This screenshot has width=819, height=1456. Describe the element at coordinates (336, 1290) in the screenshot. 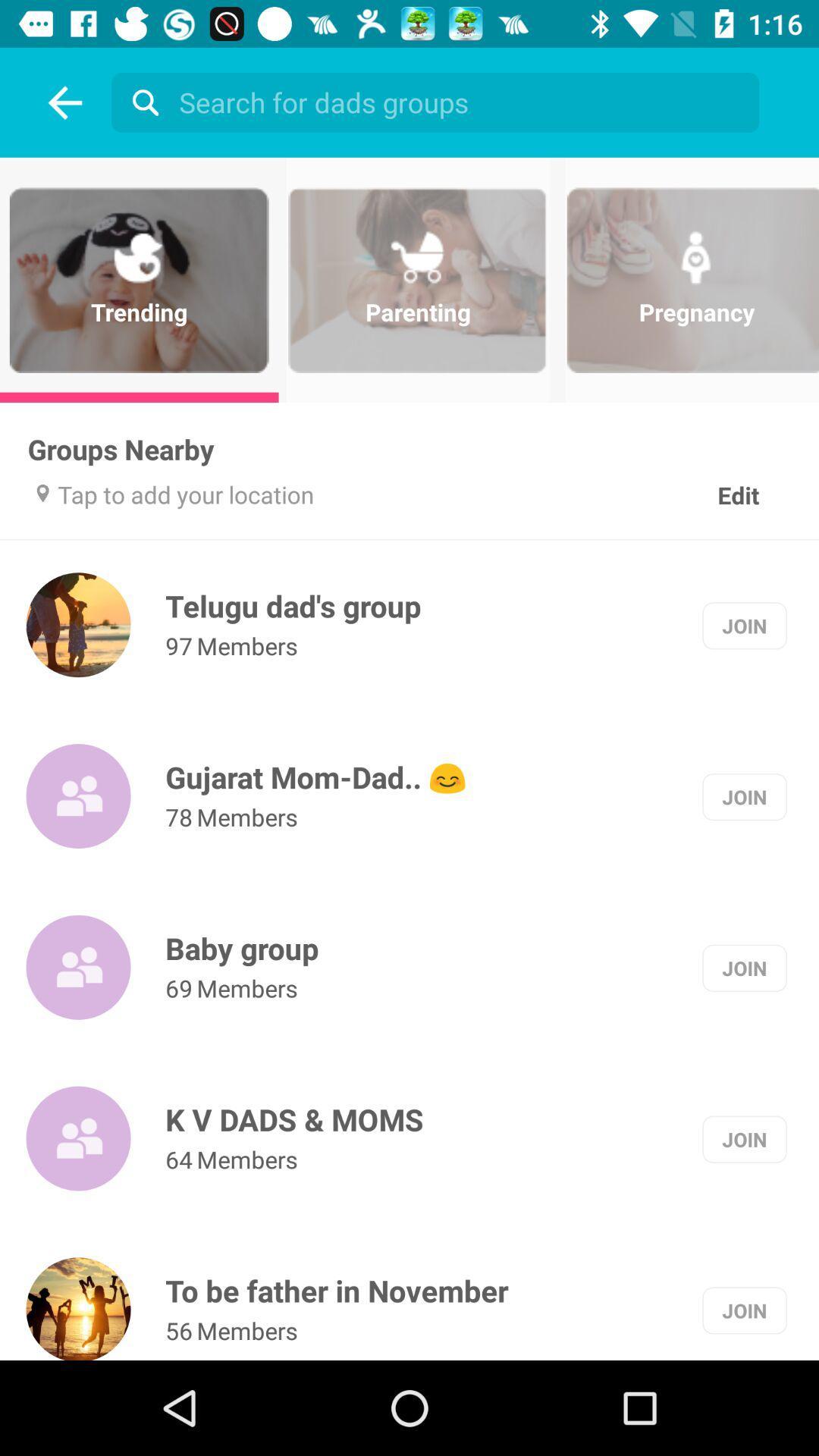

I see `the to be father item` at that location.